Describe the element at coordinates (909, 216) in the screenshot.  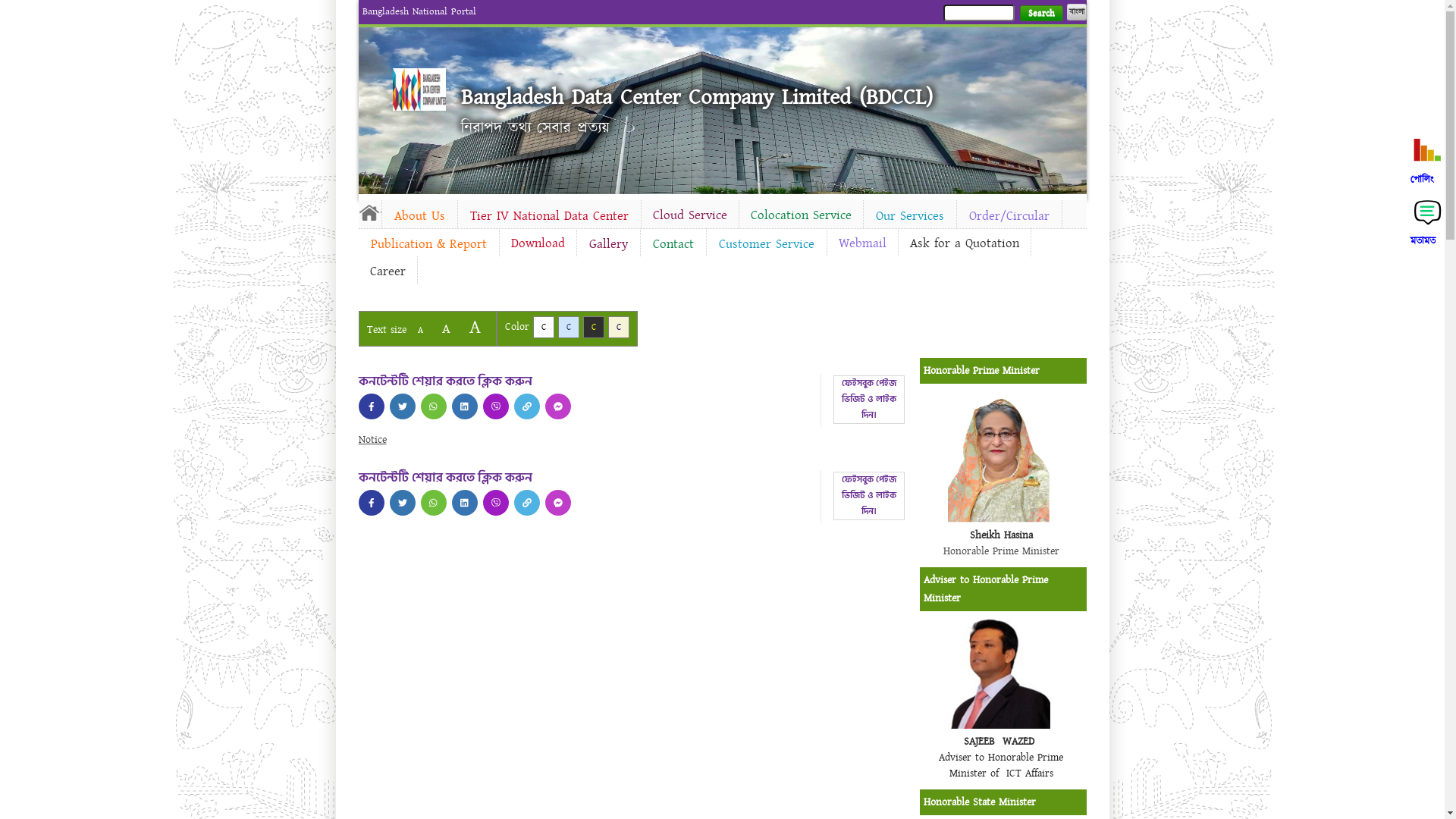
I see `'Our Services'` at that location.